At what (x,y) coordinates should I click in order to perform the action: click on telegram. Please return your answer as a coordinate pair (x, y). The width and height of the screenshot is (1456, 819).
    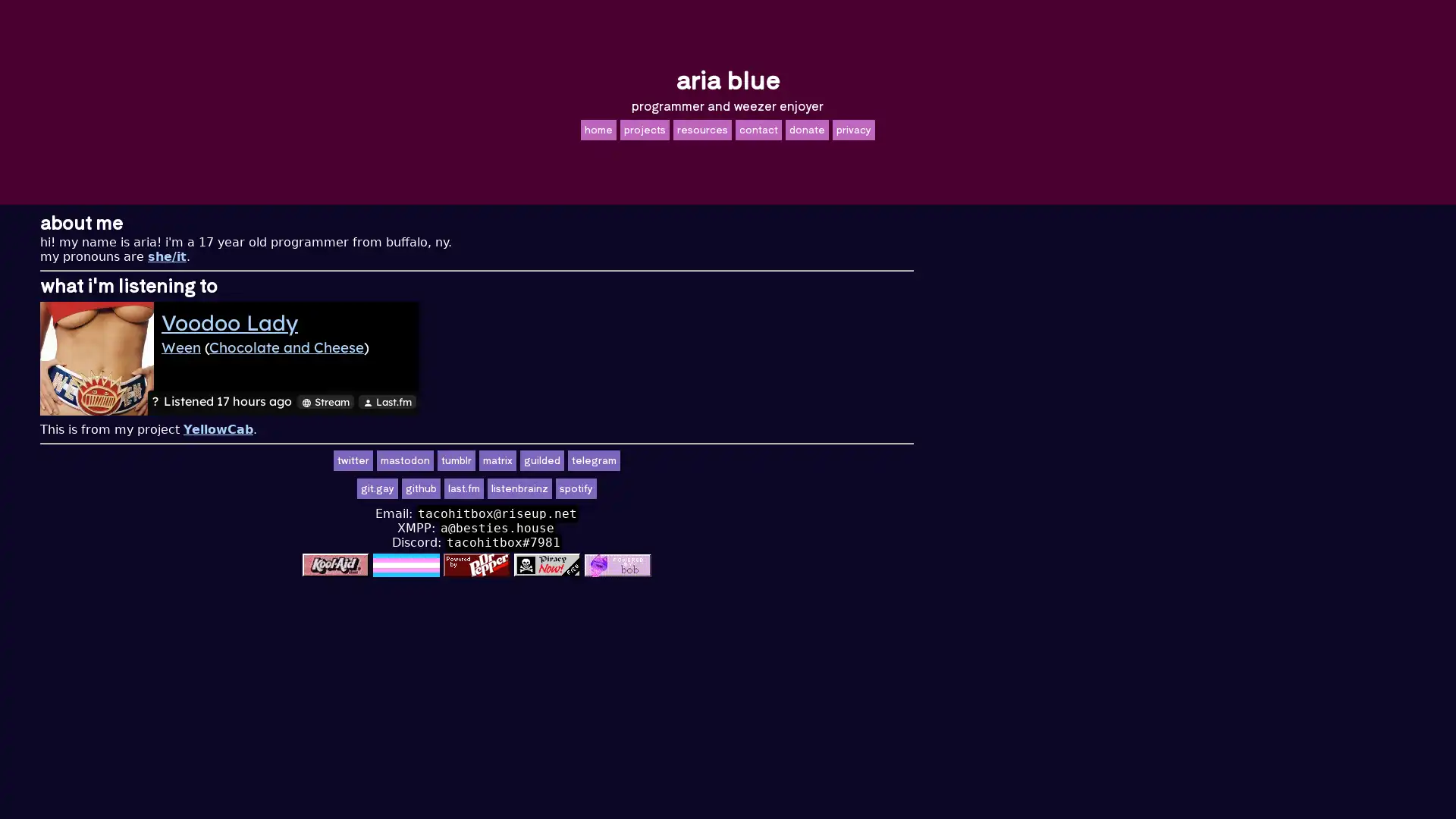
    Looking at the image, I should click on (844, 460).